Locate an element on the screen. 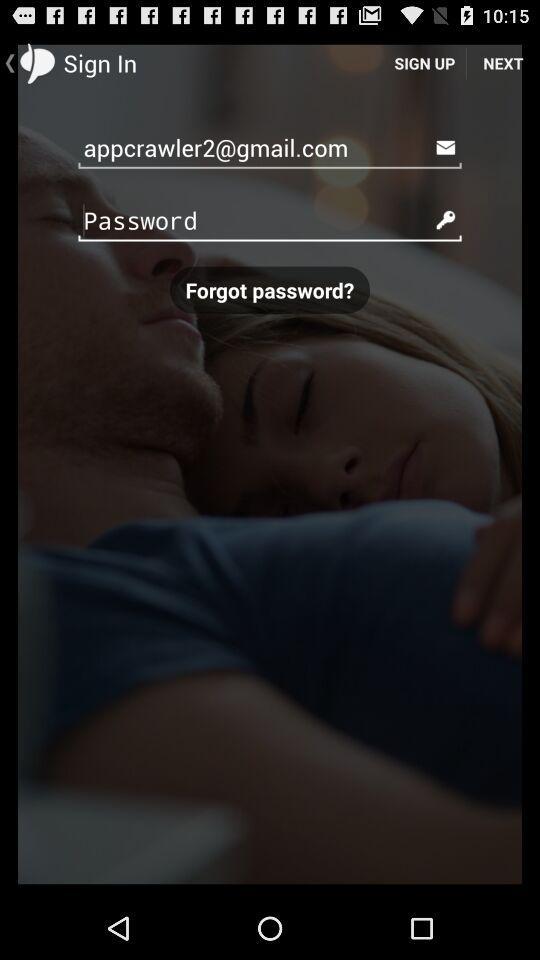  appcrawler2@gmail.com item is located at coordinates (270, 146).